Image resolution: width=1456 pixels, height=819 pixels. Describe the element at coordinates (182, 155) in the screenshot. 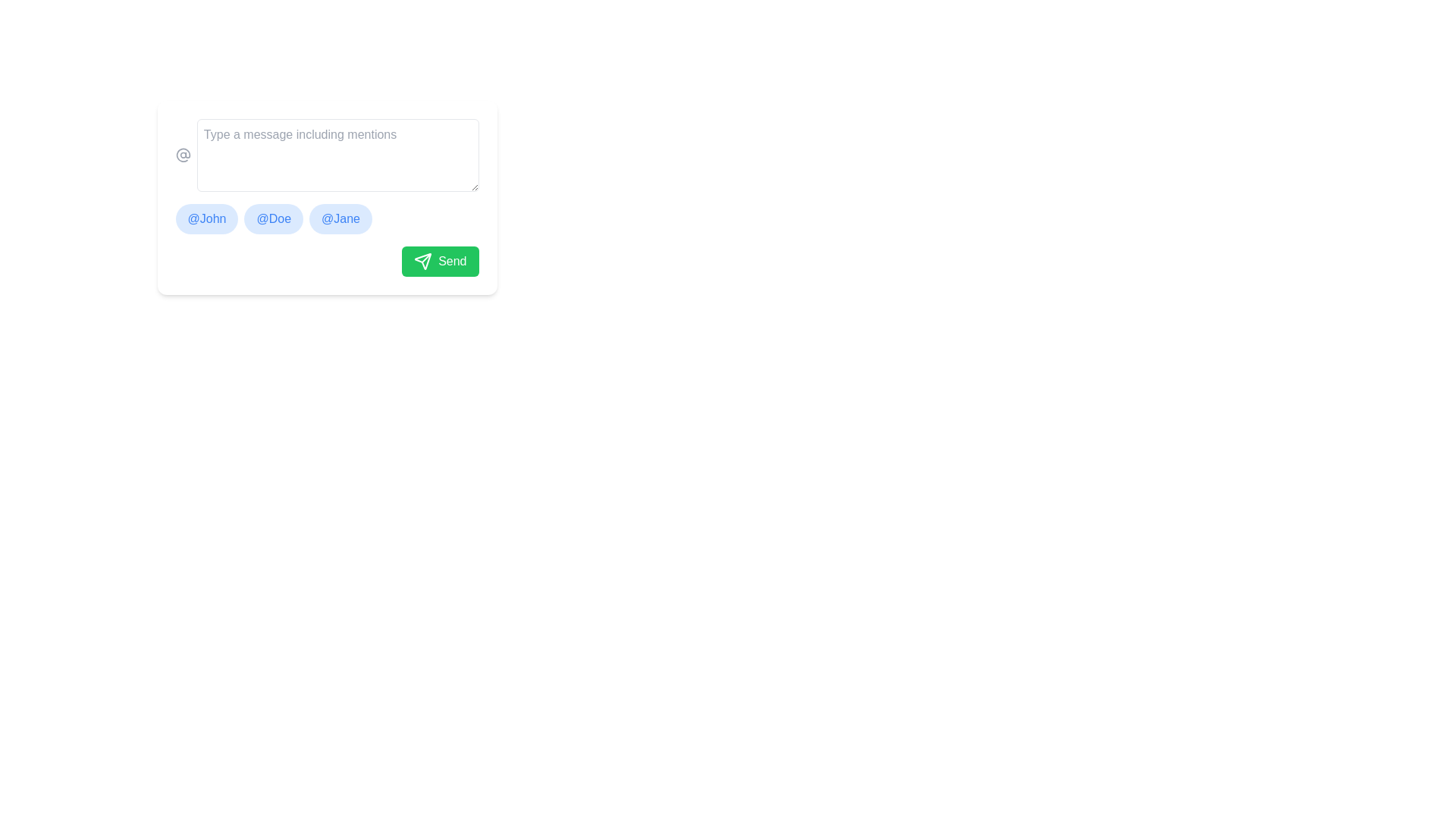

I see `the decorative or informative icon located at the left side of the text input field where users can type messages` at that location.